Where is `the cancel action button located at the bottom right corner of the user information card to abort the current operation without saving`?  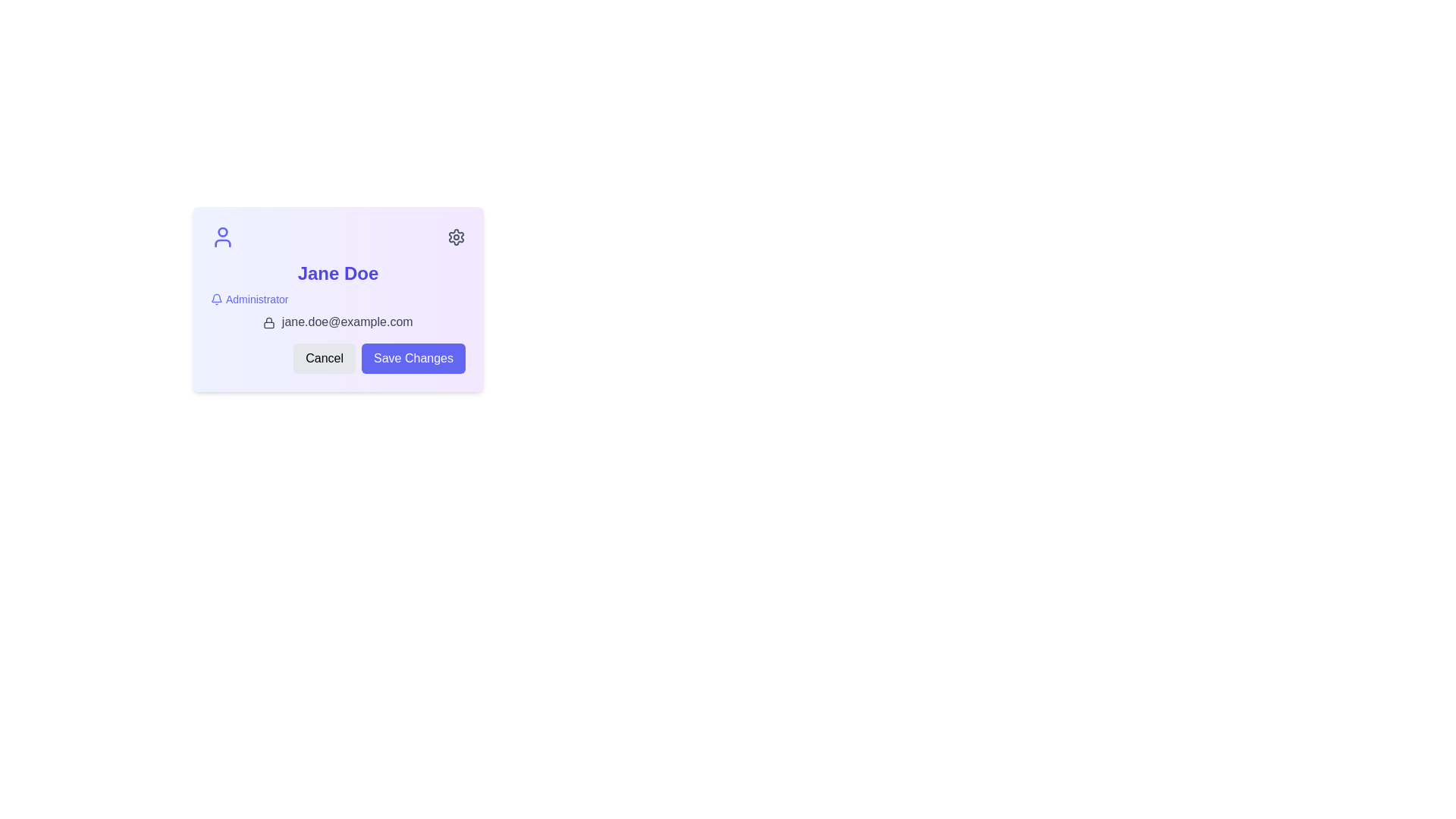 the cancel action button located at the bottom right corner of the user information card to abort the current operation without saving is located at coordinates (337, 359).